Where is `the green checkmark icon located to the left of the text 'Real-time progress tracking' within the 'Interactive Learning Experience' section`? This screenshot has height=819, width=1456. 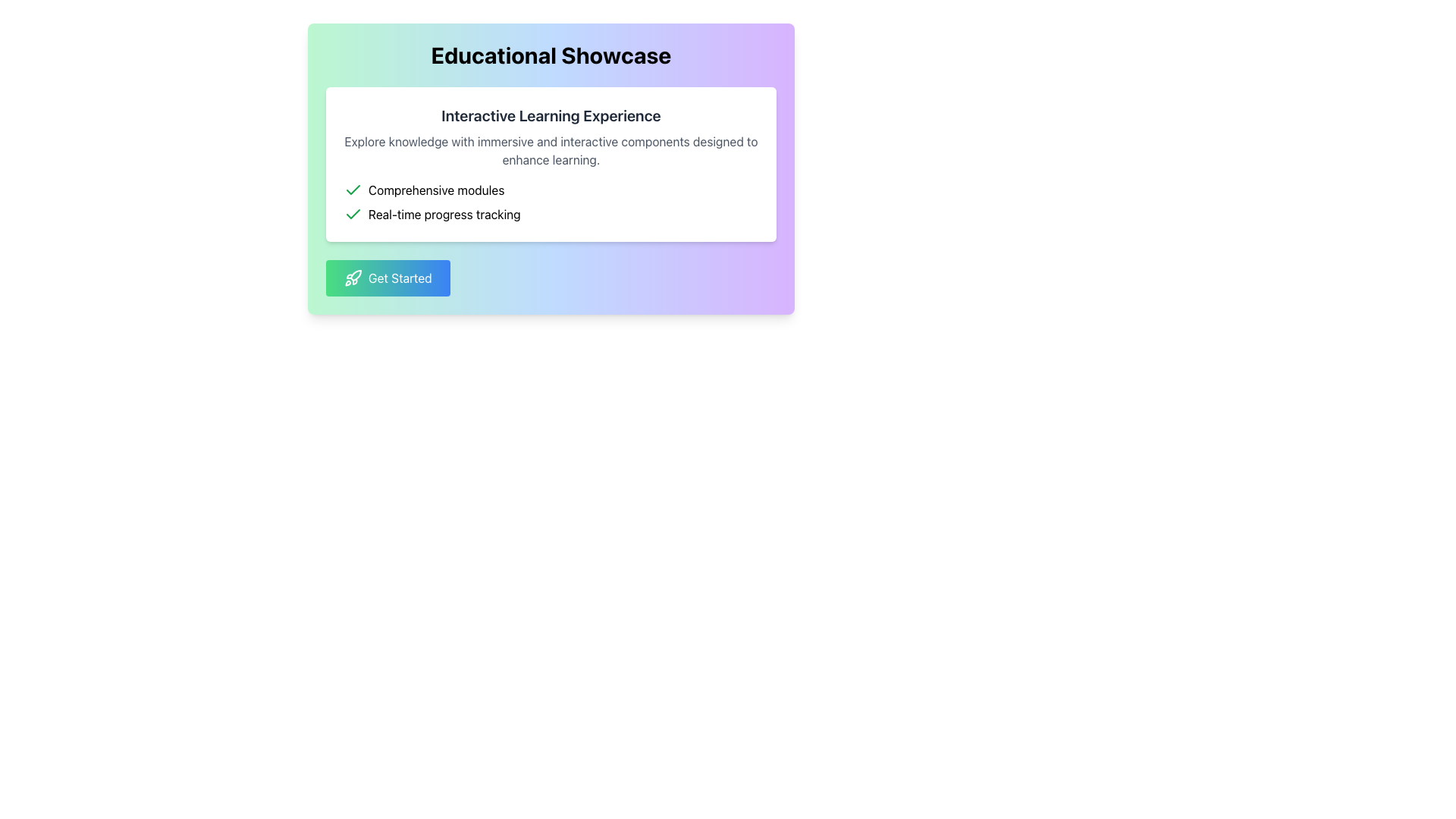 the green checkmark icon located to the left of the text 'Real-time progress tracking' within the 'Interactive Learning Experience' section is located at coordinates (352, 214).